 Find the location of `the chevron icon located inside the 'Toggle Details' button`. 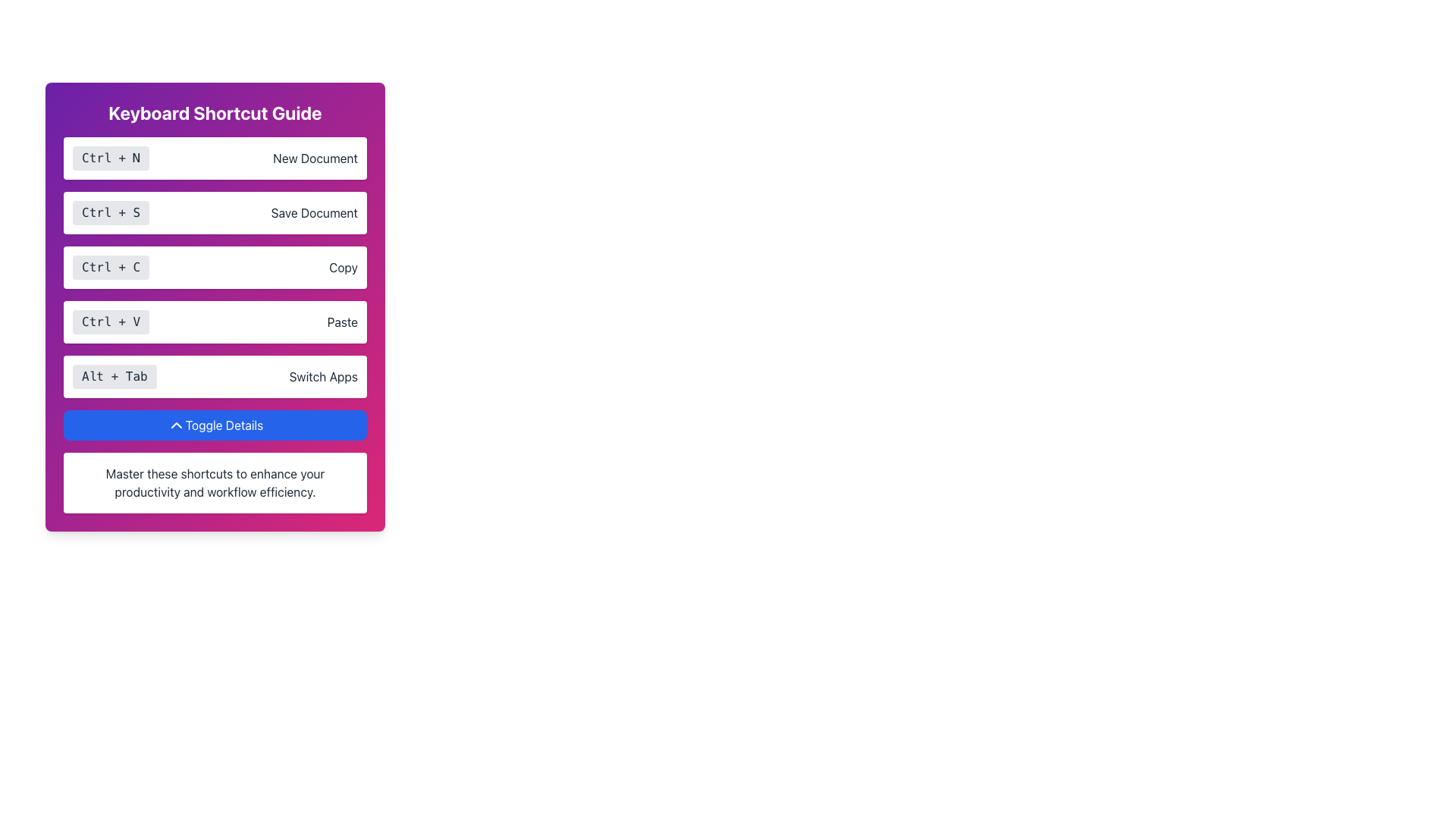

the chevron icon located inside the 'Toggle Details' button is located at coordinates (176, 425).